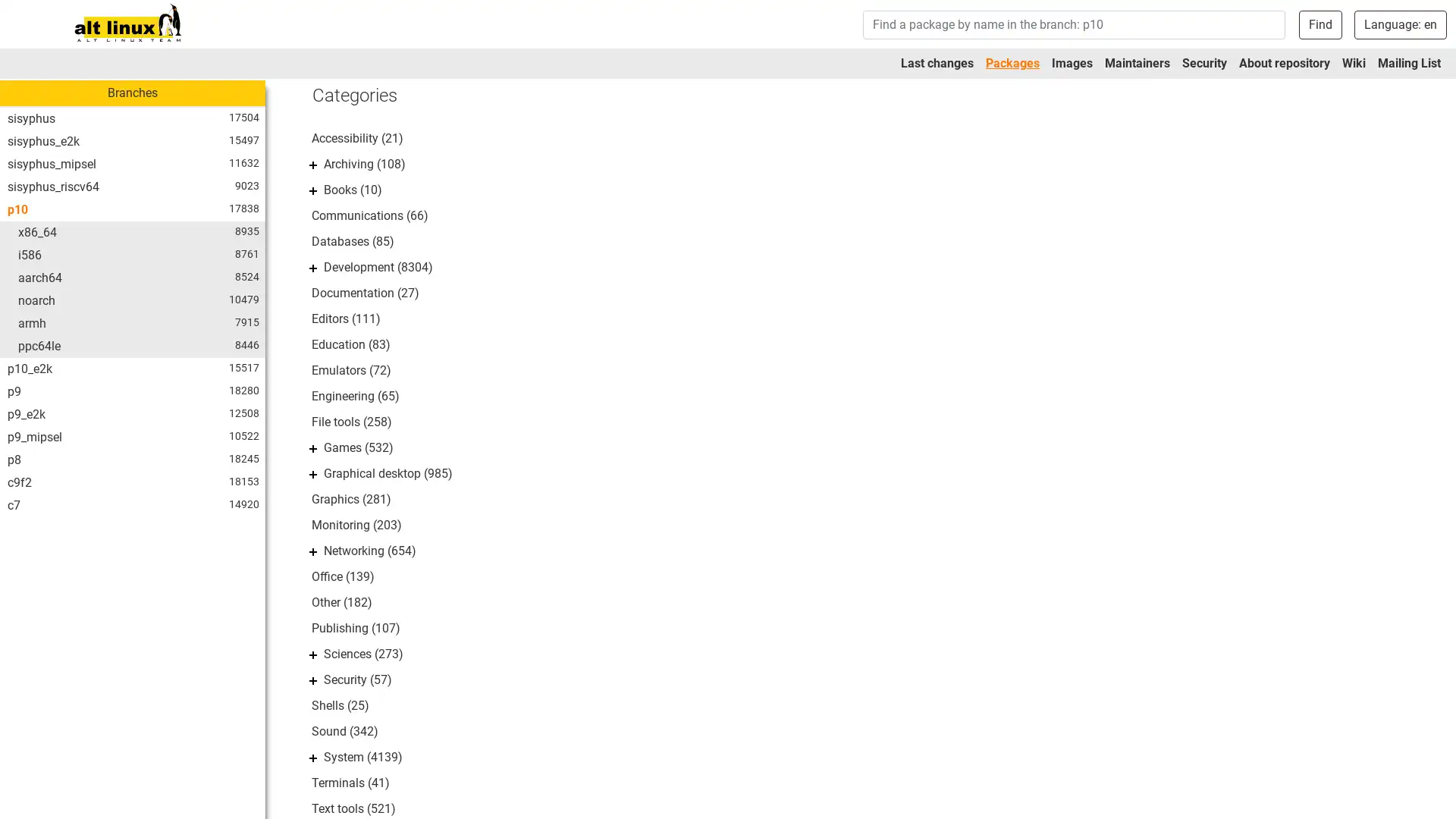 The height and width of the screenshot is (819, 1456). What do you see at coordinates (1319, 24) in the screenshot?
I see `Find` at bounding box center [1319, 24].